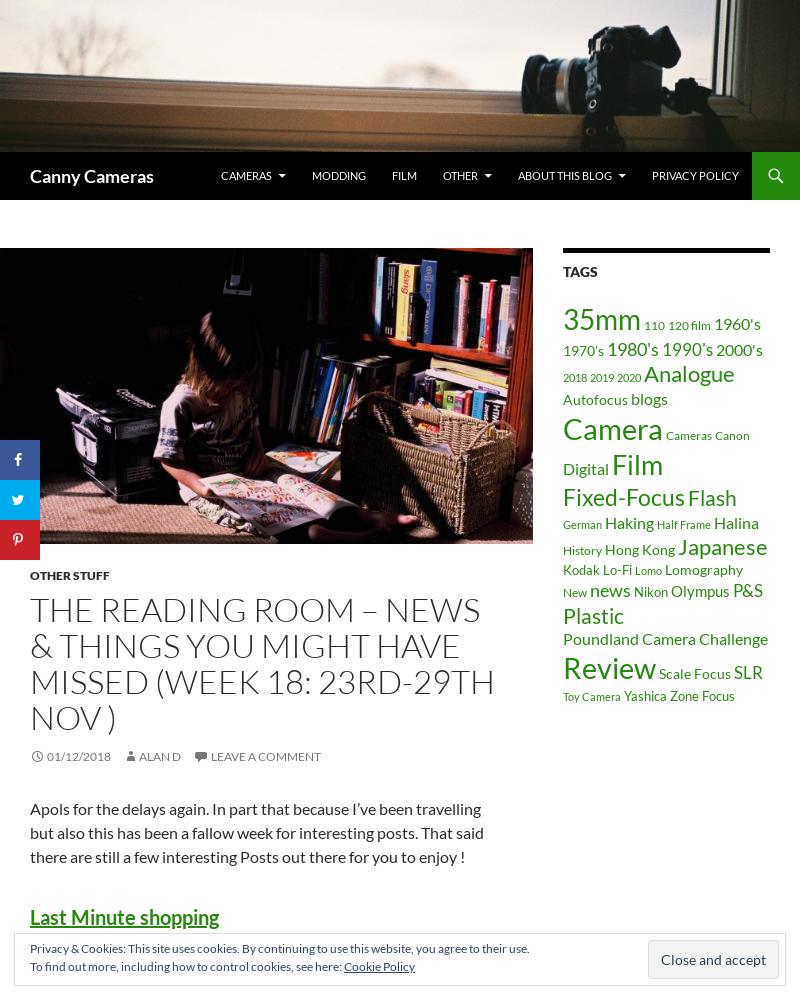  Describe the element at coordinates (649, 591) in the screenshot. I see `'Nikon'` at that location.